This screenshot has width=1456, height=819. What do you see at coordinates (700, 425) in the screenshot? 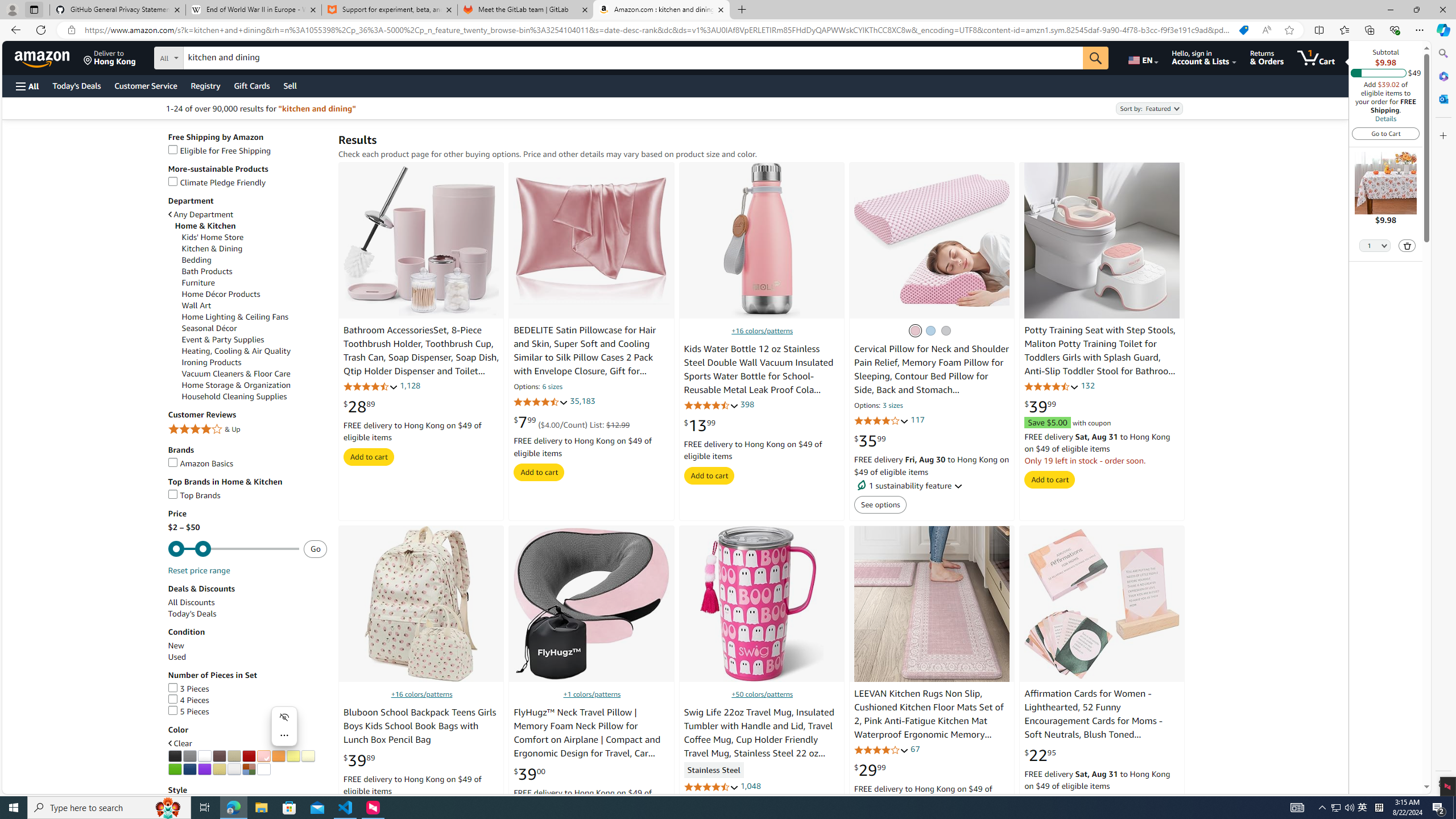
I see `'$13.99'` at bounding box center [700, 425].